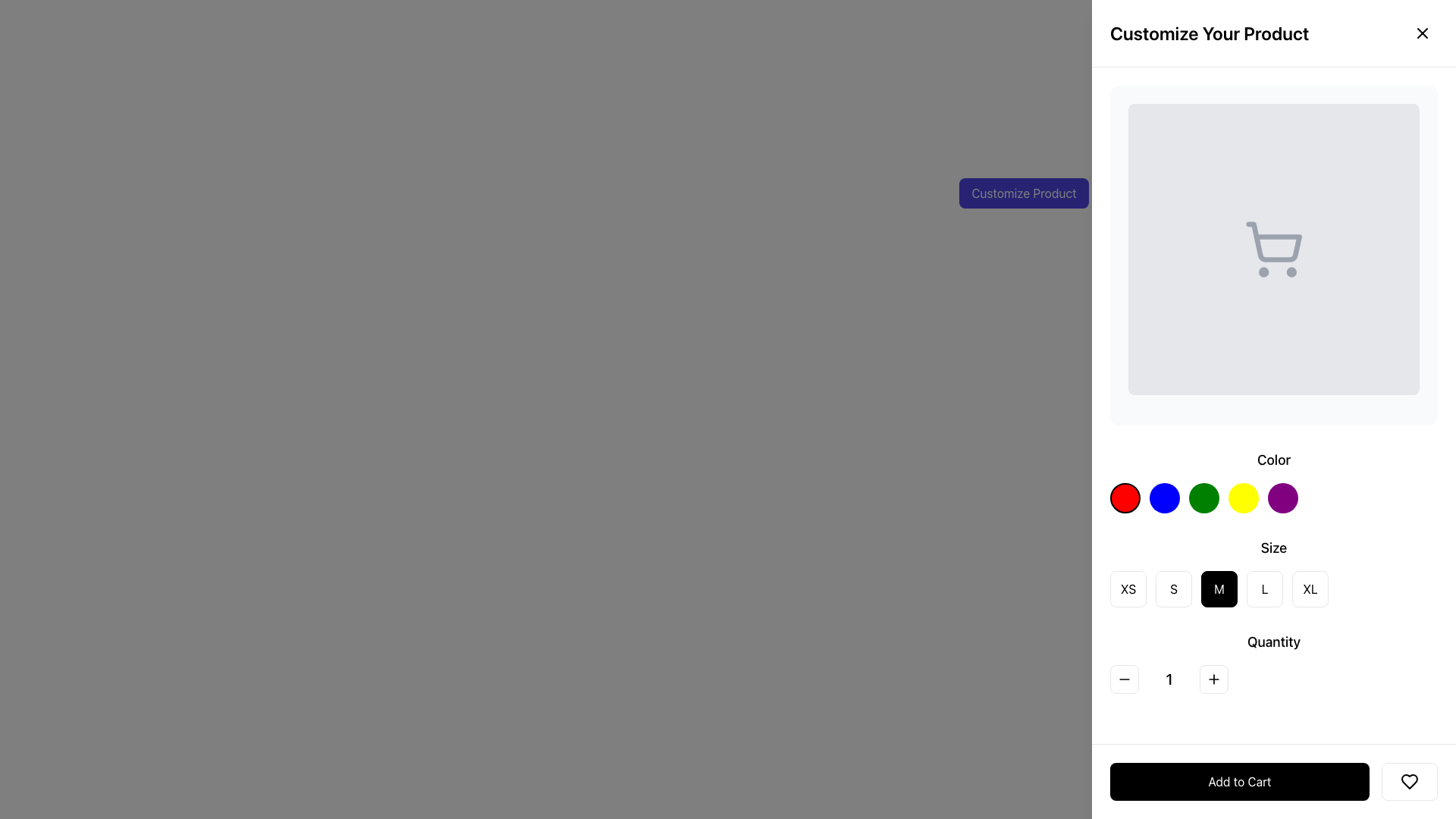  What do you see at coordinates (1408, 781) in the screenshot?
I see `the favorite or wishlist button located at the bottom-right of the interface` at bounding box center [1408, 781].